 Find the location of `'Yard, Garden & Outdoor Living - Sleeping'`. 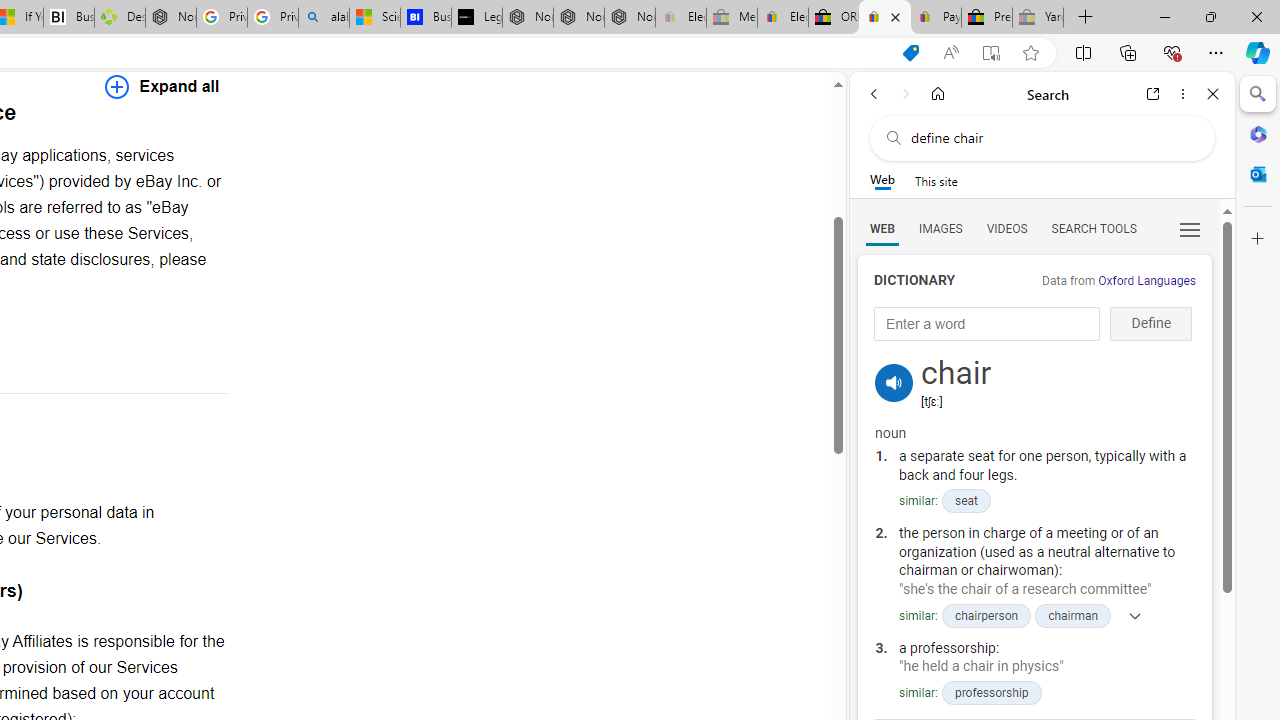

'Yard, Garden & Outdoor Living - Sleeping' is located at coordinates (1038, 17).